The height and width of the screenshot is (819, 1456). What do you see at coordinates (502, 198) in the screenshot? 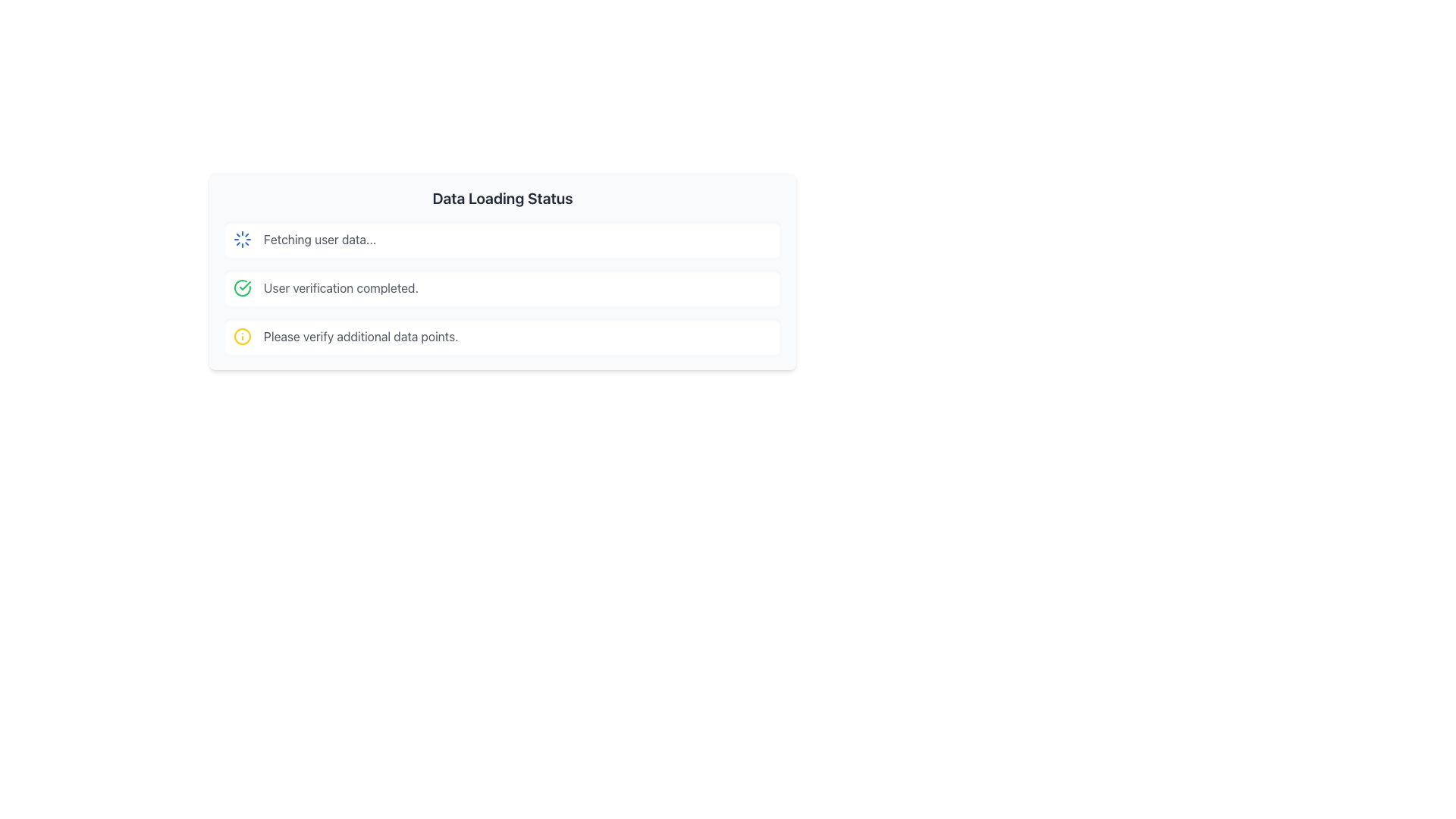
I see `the heading text element that indicates the current state of information presented, located centrally above the content list items` at bounding box center [502, 198].